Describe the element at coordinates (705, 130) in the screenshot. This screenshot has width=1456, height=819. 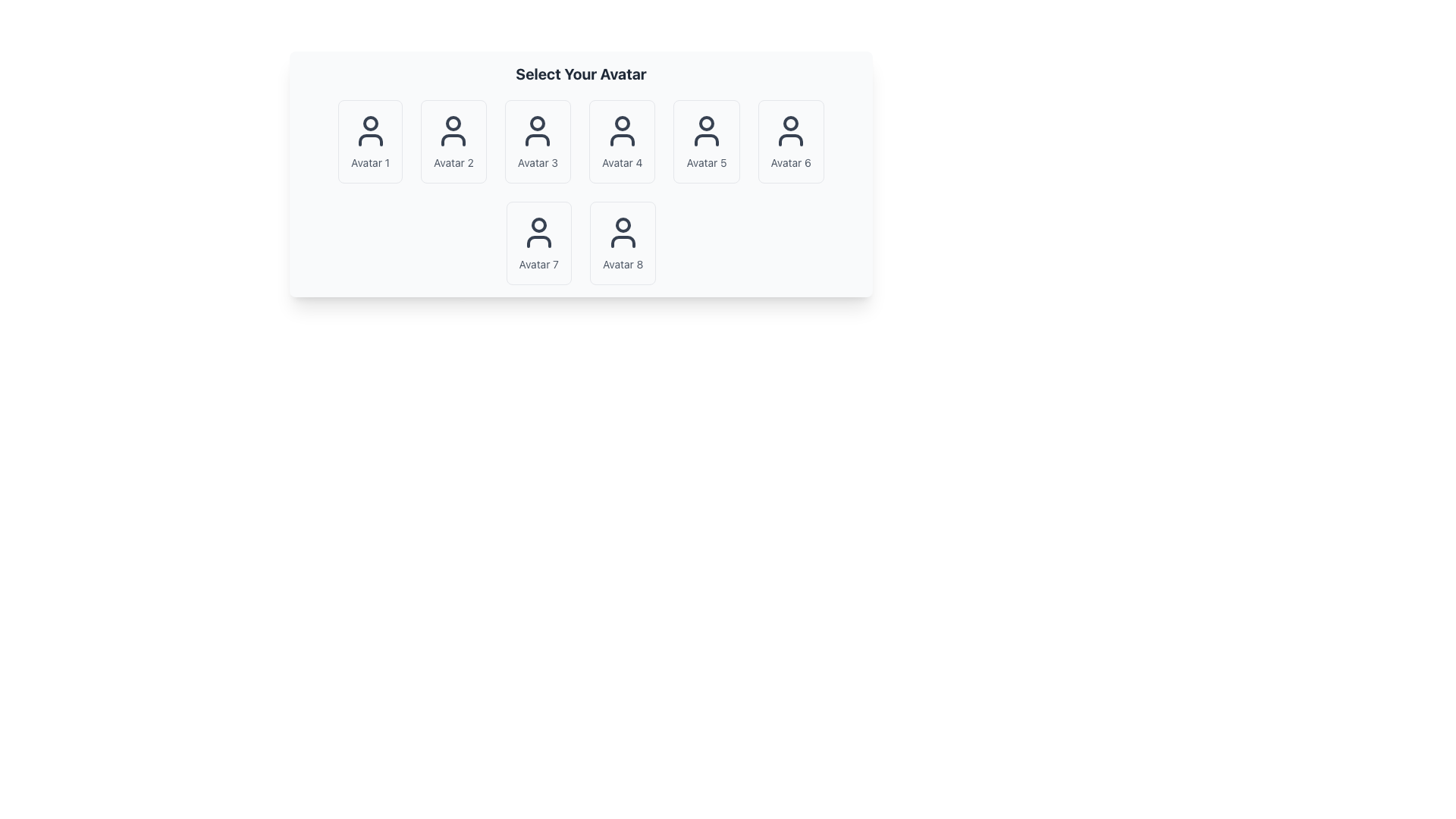
I see `the fifth avatar icon labeled 'Avatar 5'` at that location.